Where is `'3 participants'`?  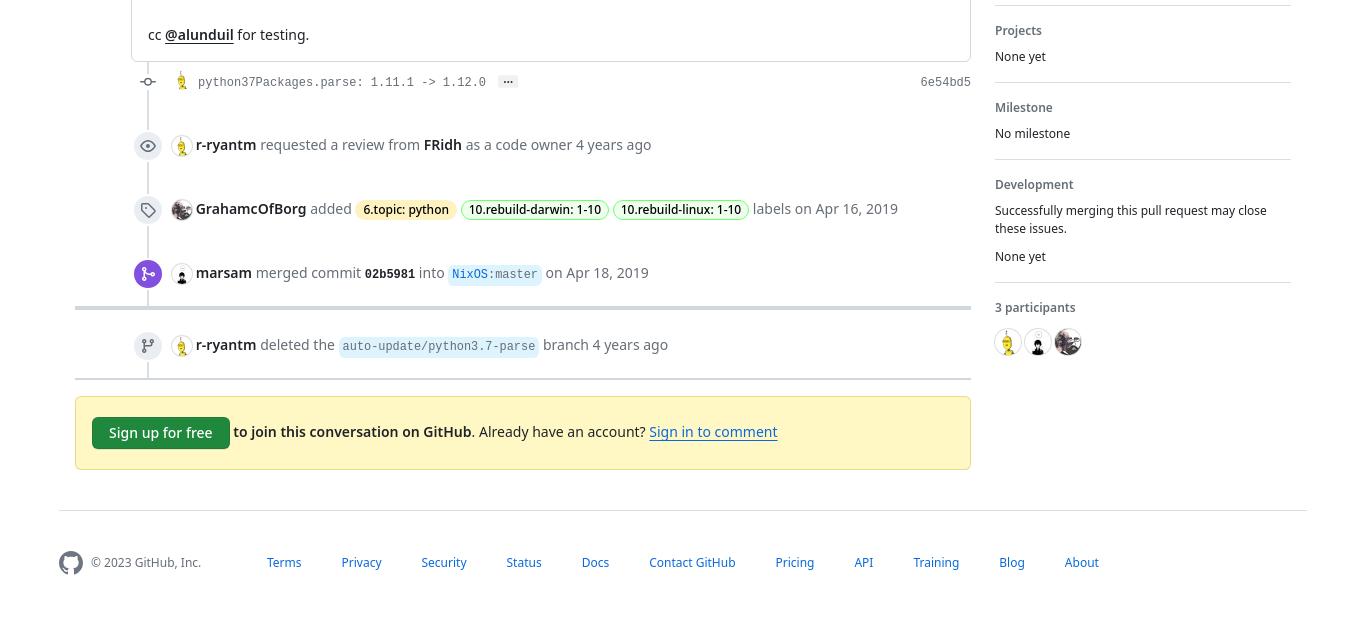
'3 participants' is located at coordinates (1034, 307).